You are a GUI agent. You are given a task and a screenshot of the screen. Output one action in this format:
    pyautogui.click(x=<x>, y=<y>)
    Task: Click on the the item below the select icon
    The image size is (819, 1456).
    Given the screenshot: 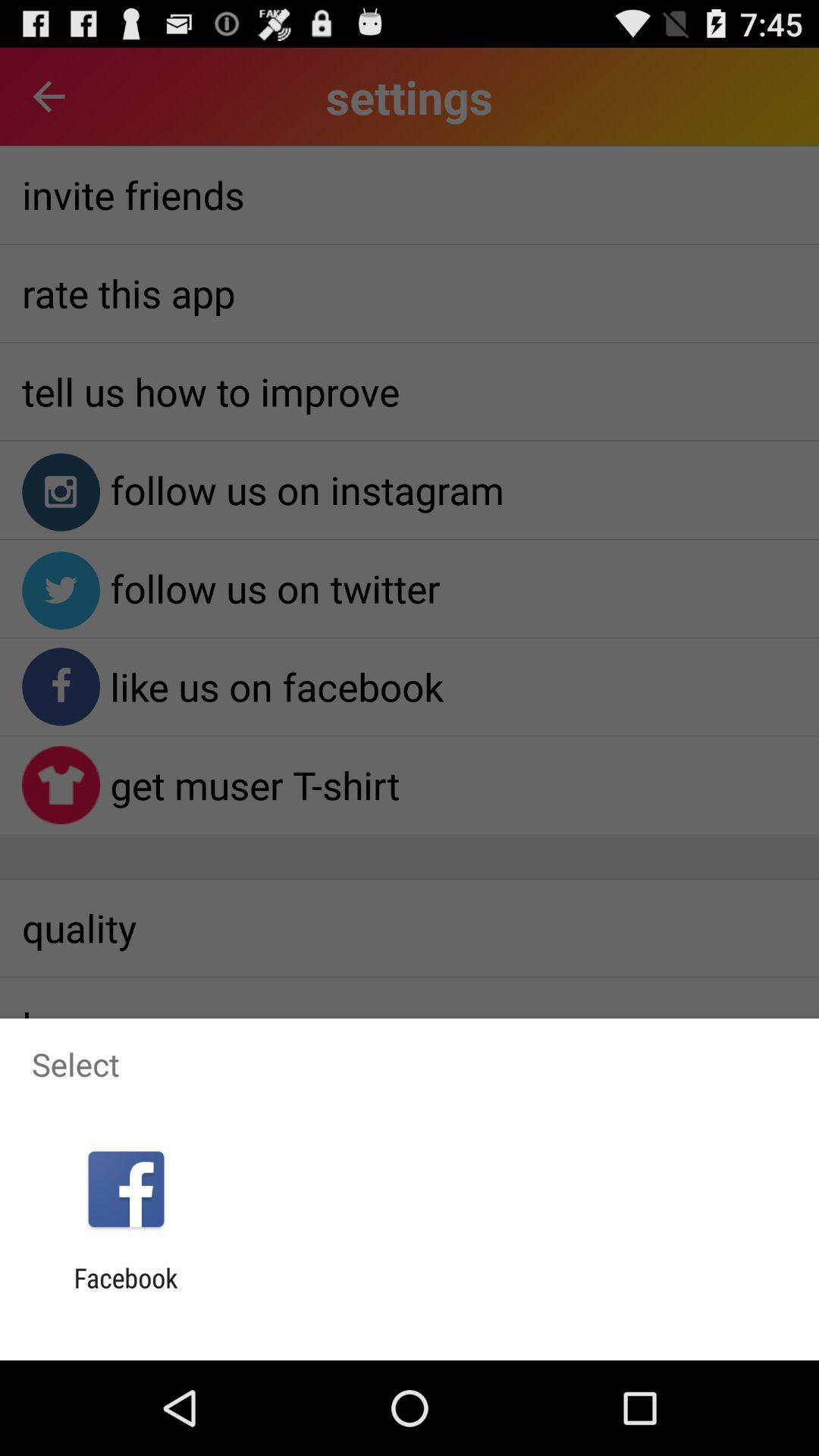 What is the action you would take?
    pyautogui.click(x=125, y=1188)
    